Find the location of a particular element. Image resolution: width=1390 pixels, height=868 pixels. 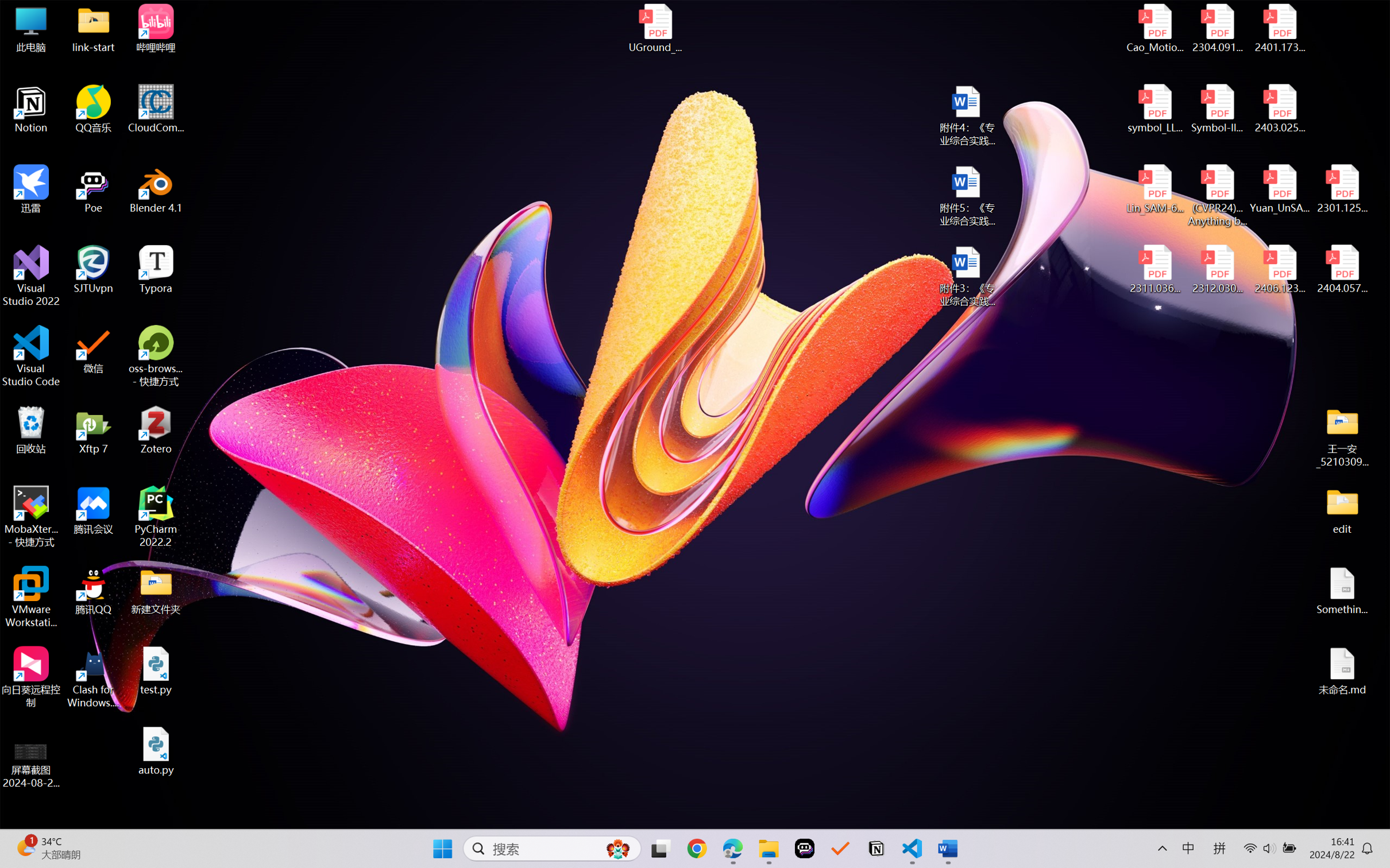

'Poe' is located at coordinates (94, 188).